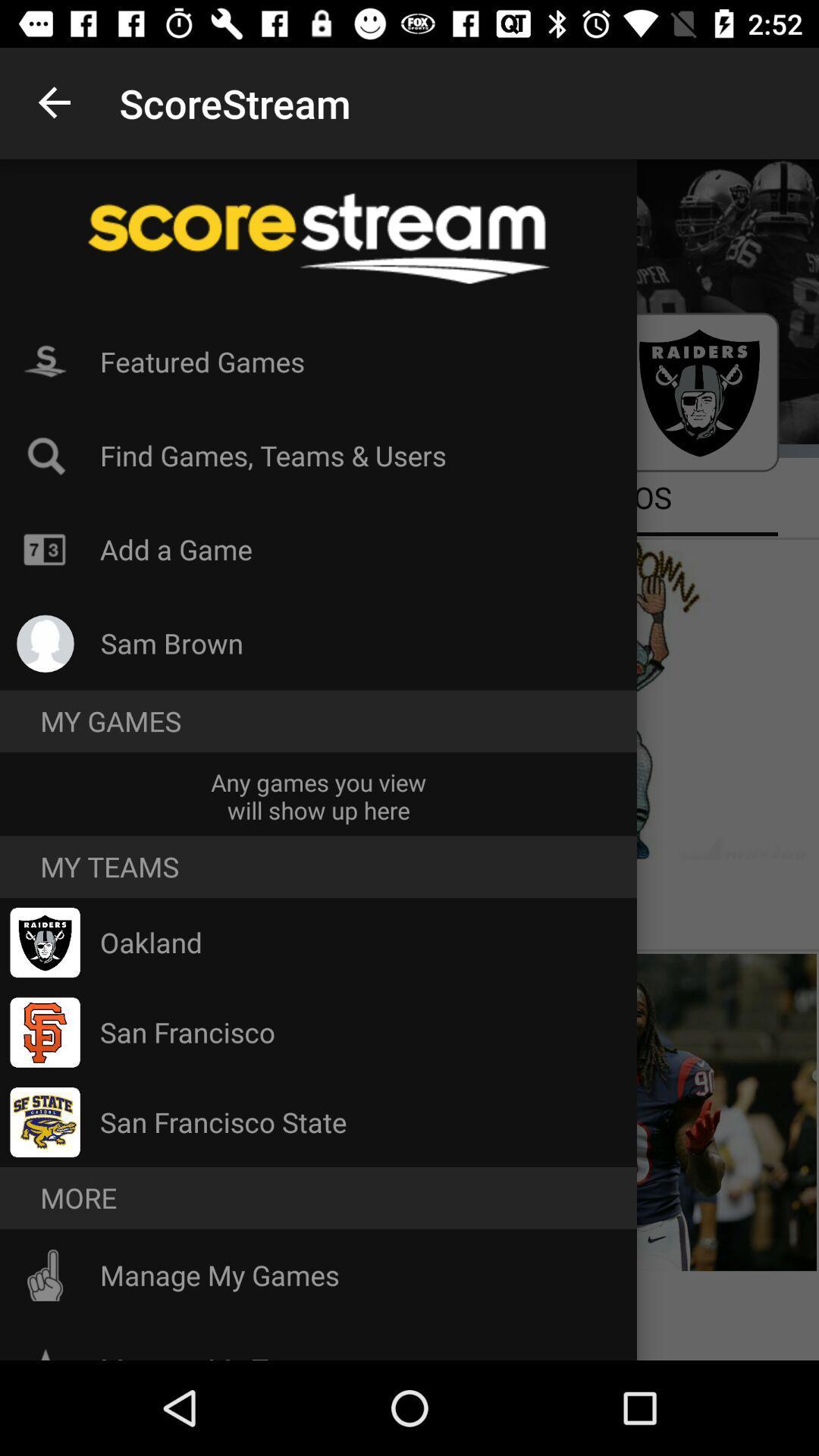 The height and width of the screenshot is (1456, 819). I want to click on icon on the left side of featured games, so click(45, 361).